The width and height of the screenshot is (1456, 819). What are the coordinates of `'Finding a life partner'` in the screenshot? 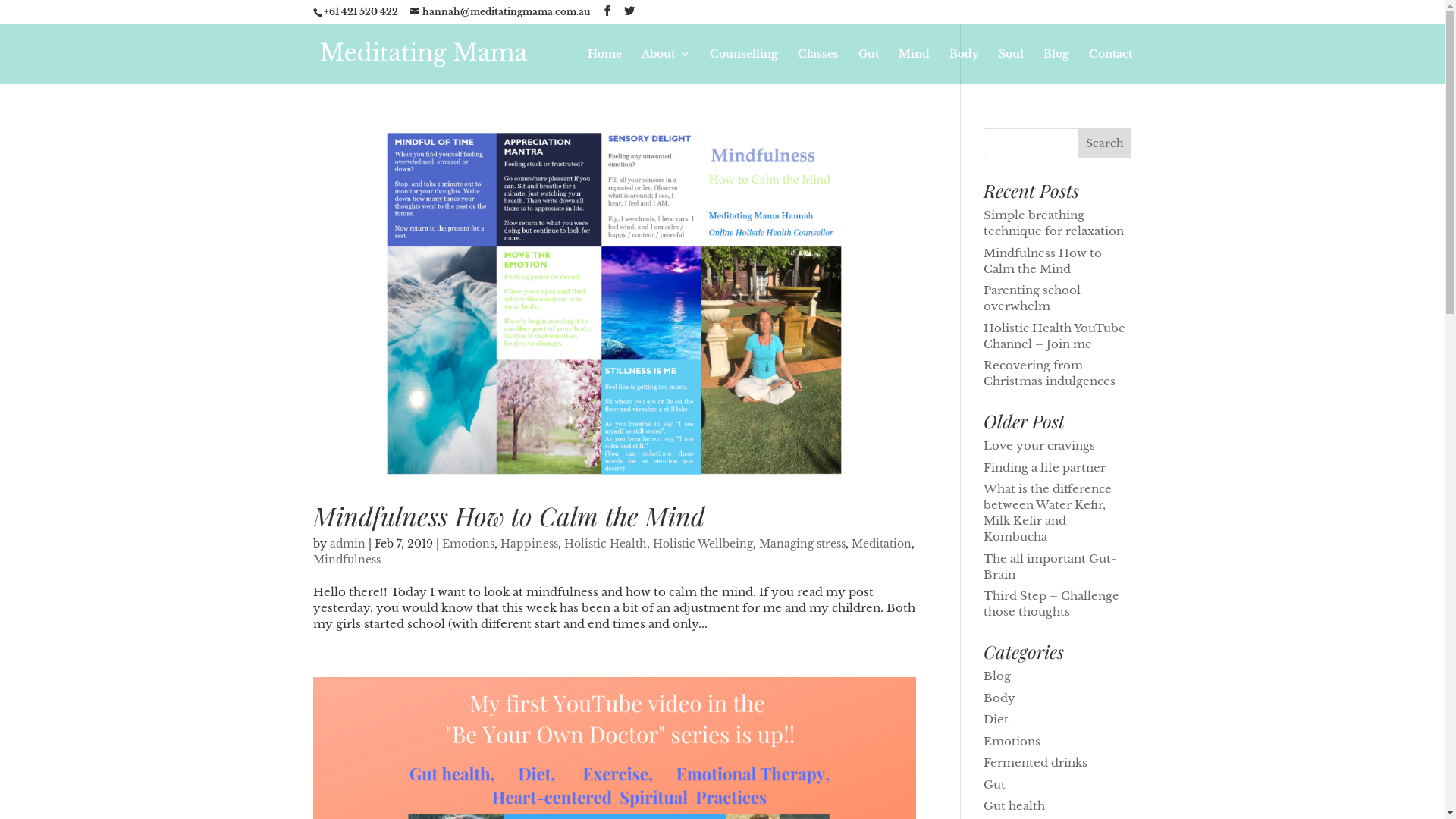 It's located at (1043, 466).